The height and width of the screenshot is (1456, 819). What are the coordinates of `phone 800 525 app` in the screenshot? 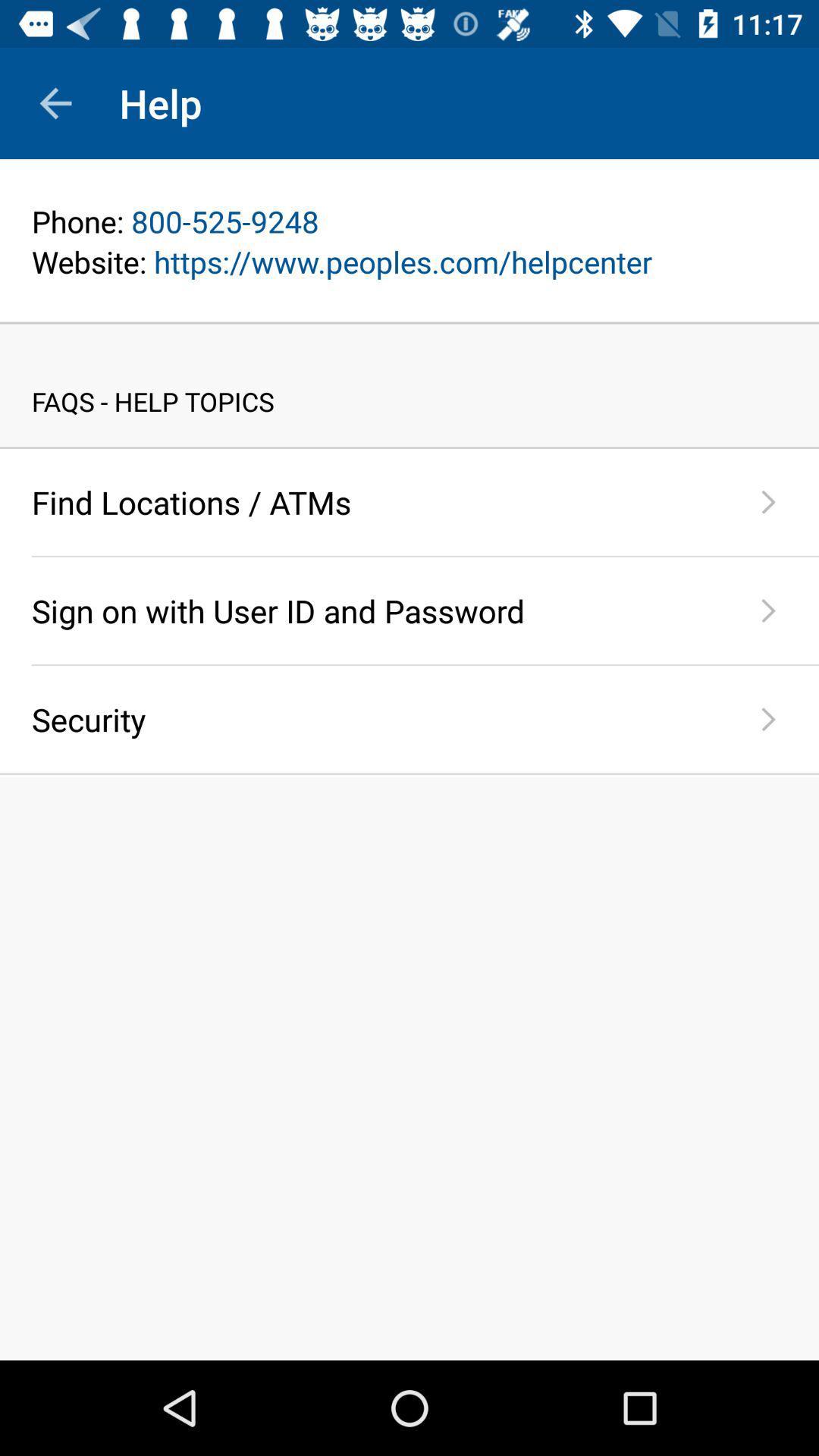 It's located at (409, 221).